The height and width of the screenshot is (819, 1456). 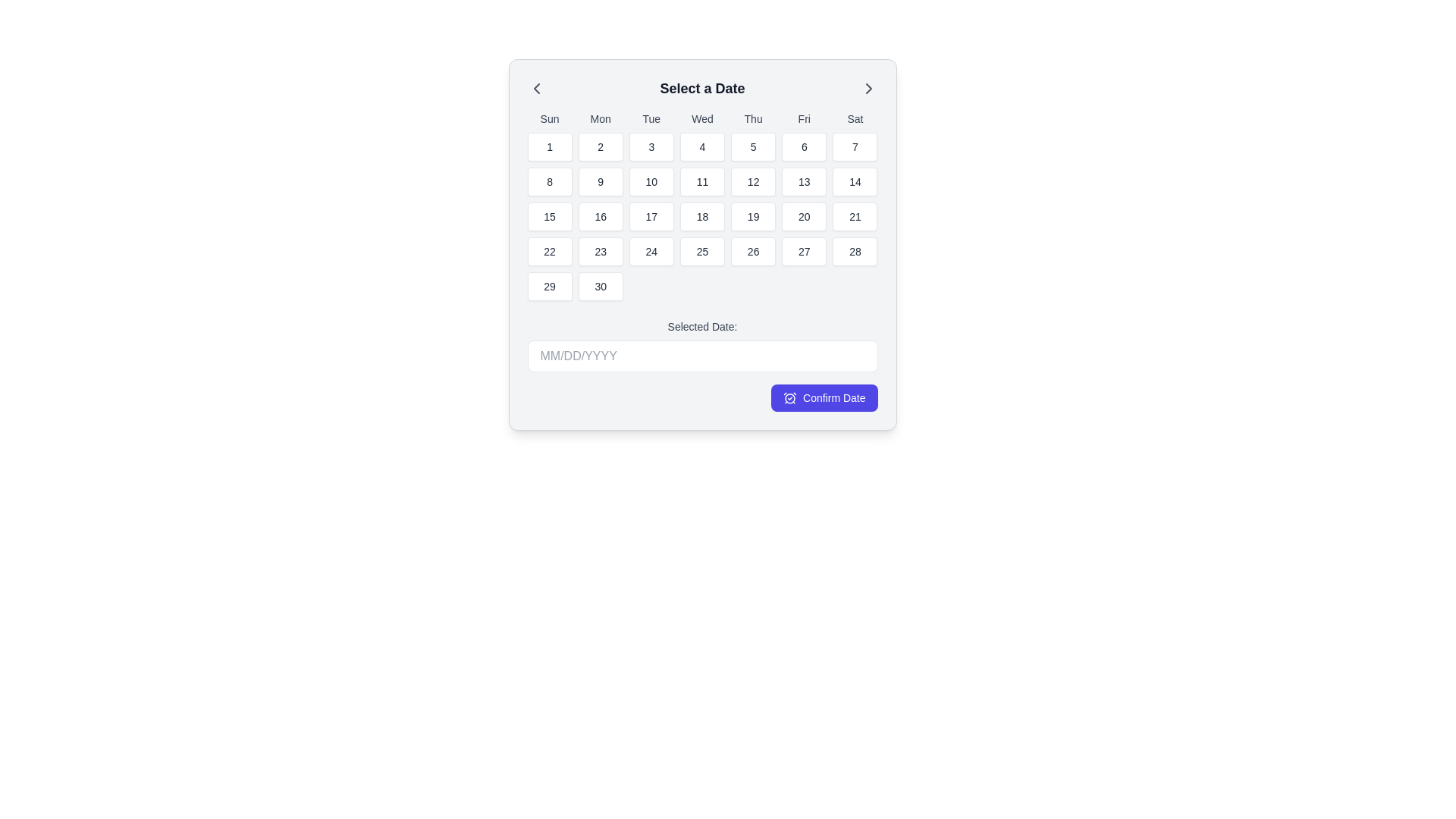 I want to click on the header label for the calendar indicating the first day of the week (Sunday) located in the top-left corner of the grid layout, so click(x=548, y=118).